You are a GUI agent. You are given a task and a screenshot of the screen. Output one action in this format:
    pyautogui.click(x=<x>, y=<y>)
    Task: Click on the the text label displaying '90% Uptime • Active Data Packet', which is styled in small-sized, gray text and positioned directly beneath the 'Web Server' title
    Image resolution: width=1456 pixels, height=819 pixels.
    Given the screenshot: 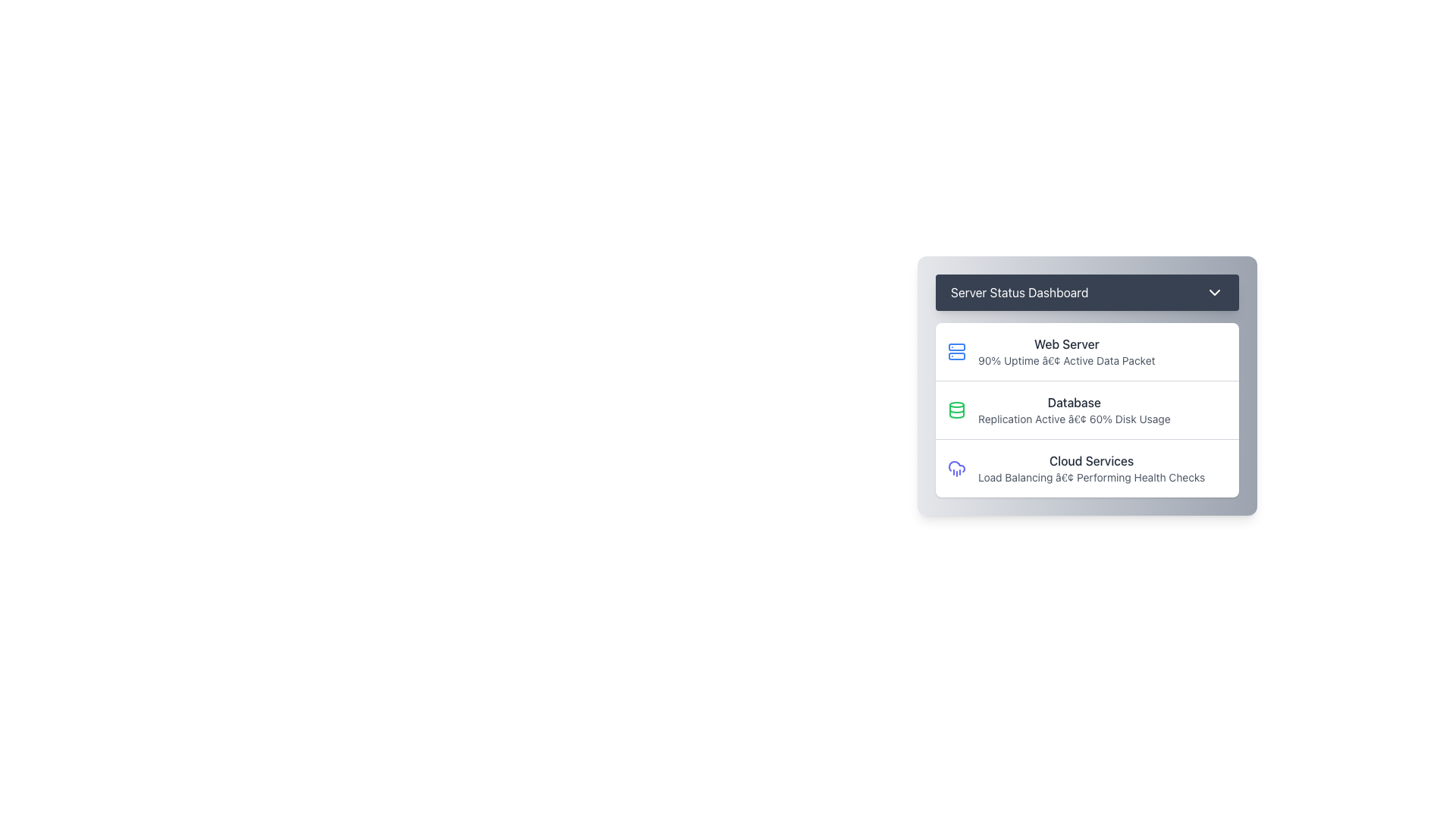 What is the action you would take?
    pyautogui.click(x=1065, y=360)
    